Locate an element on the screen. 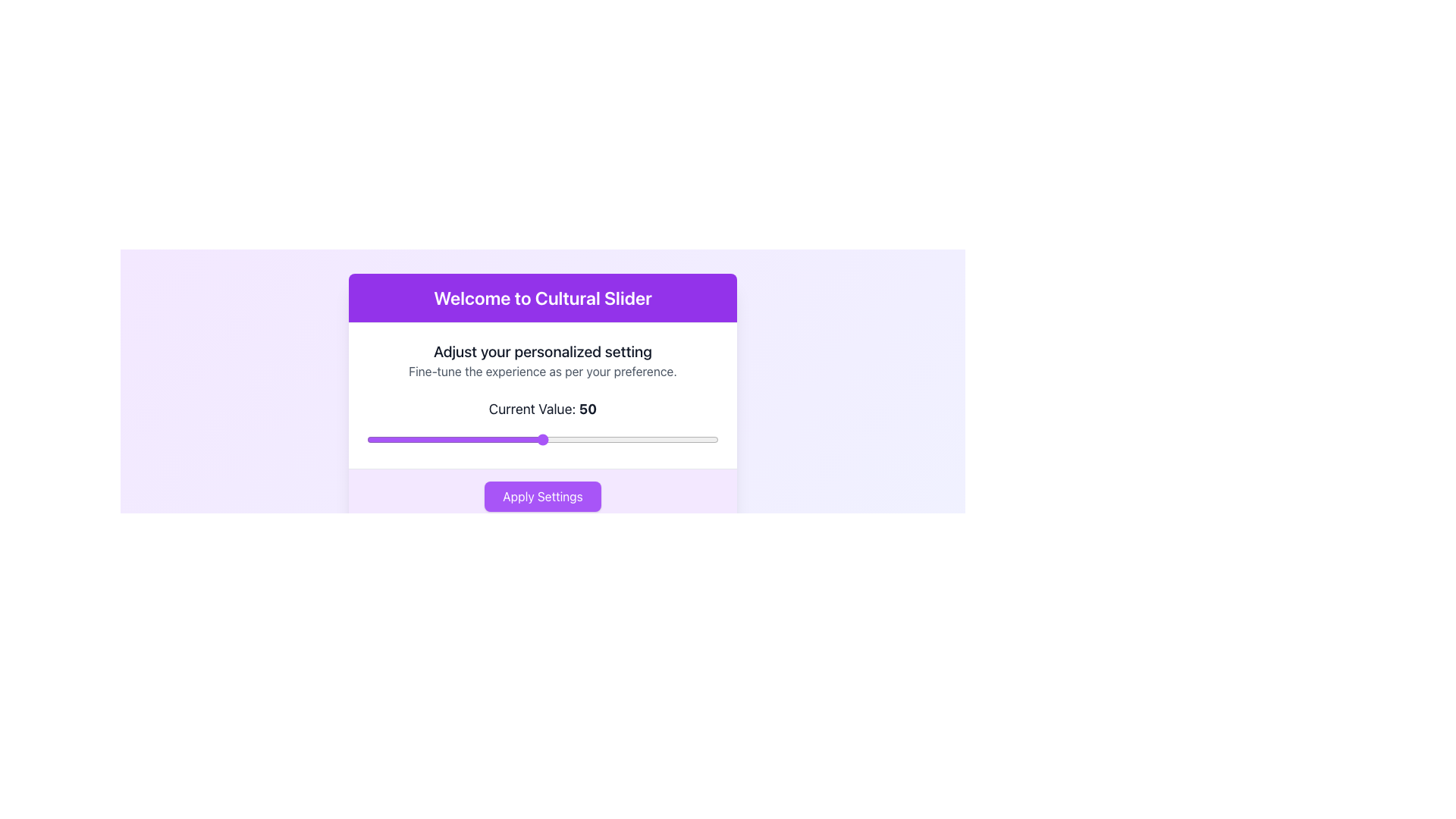 The height and width of the screenshot is (819, 1456). slider value is located at coordinates (374, 439).